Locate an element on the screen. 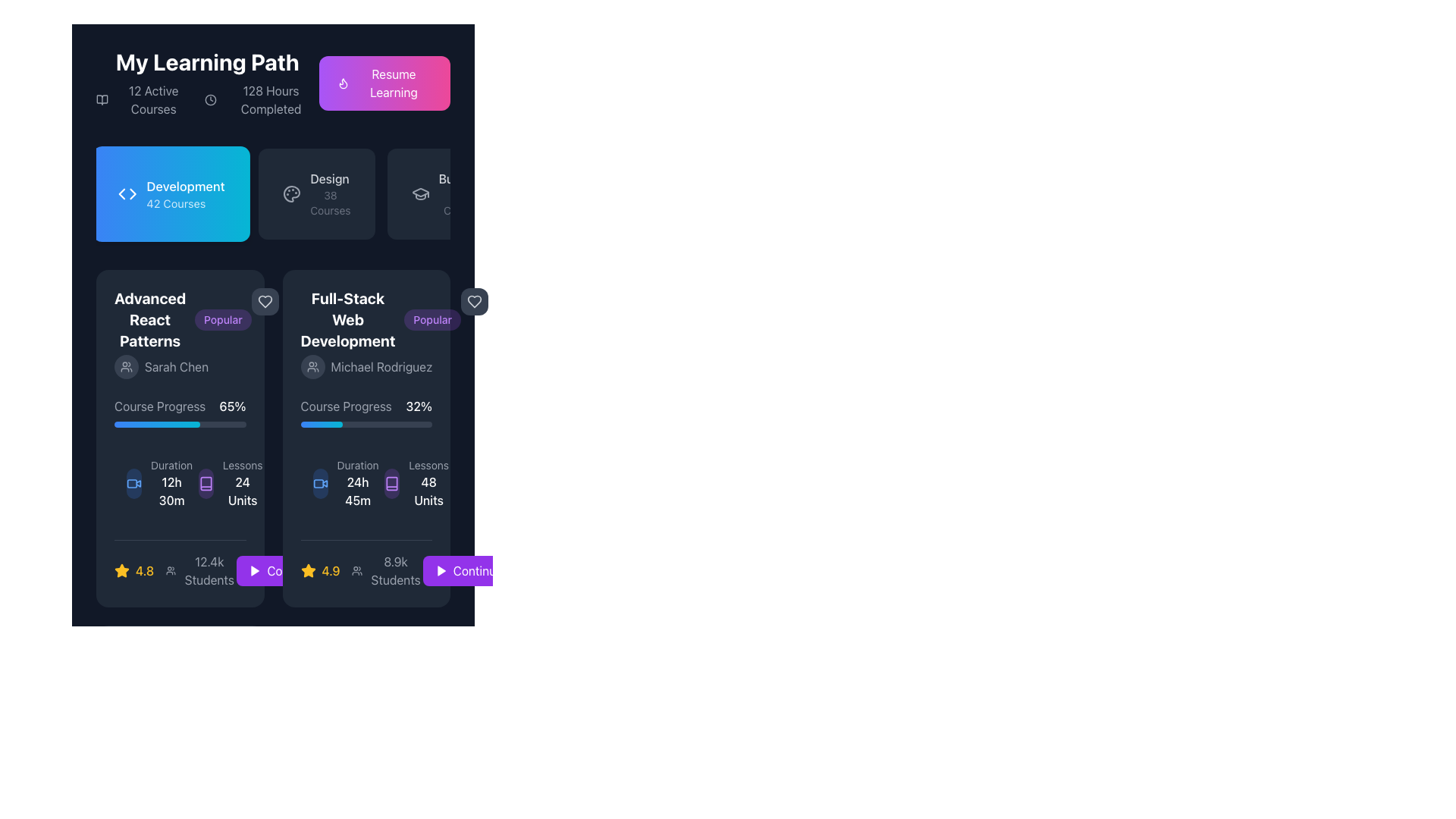 This screenshot has height=819, width=1456. the play icon located to the left of the 'Continue' label in the button, which is positioned at the bottom-right of the interface is located at coordinates (255, 570).